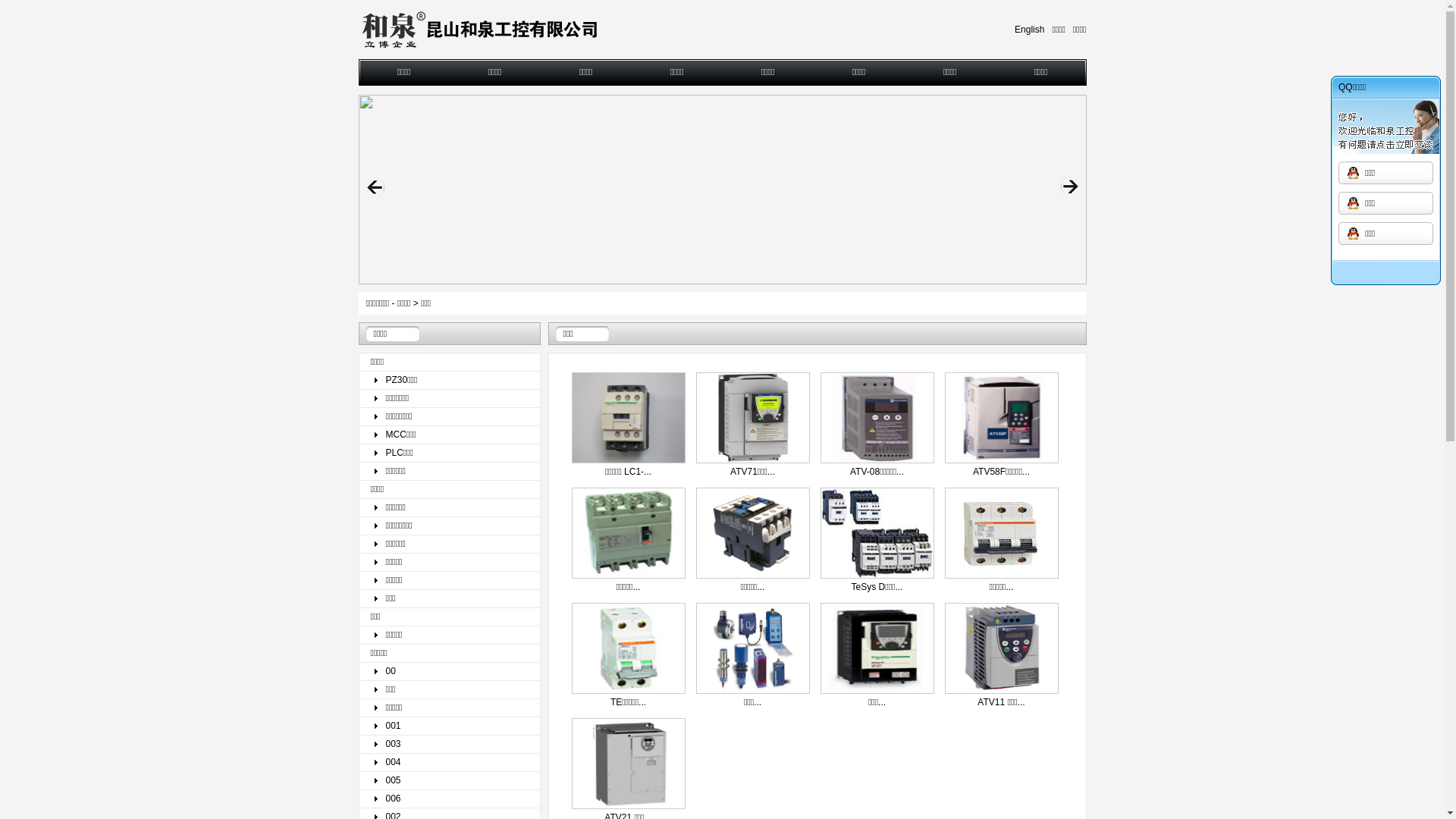 This screenshot has height=819, width=1456. Describe the element at coordinates (449, 762) in the screenshot. I see `'004'` at that location.